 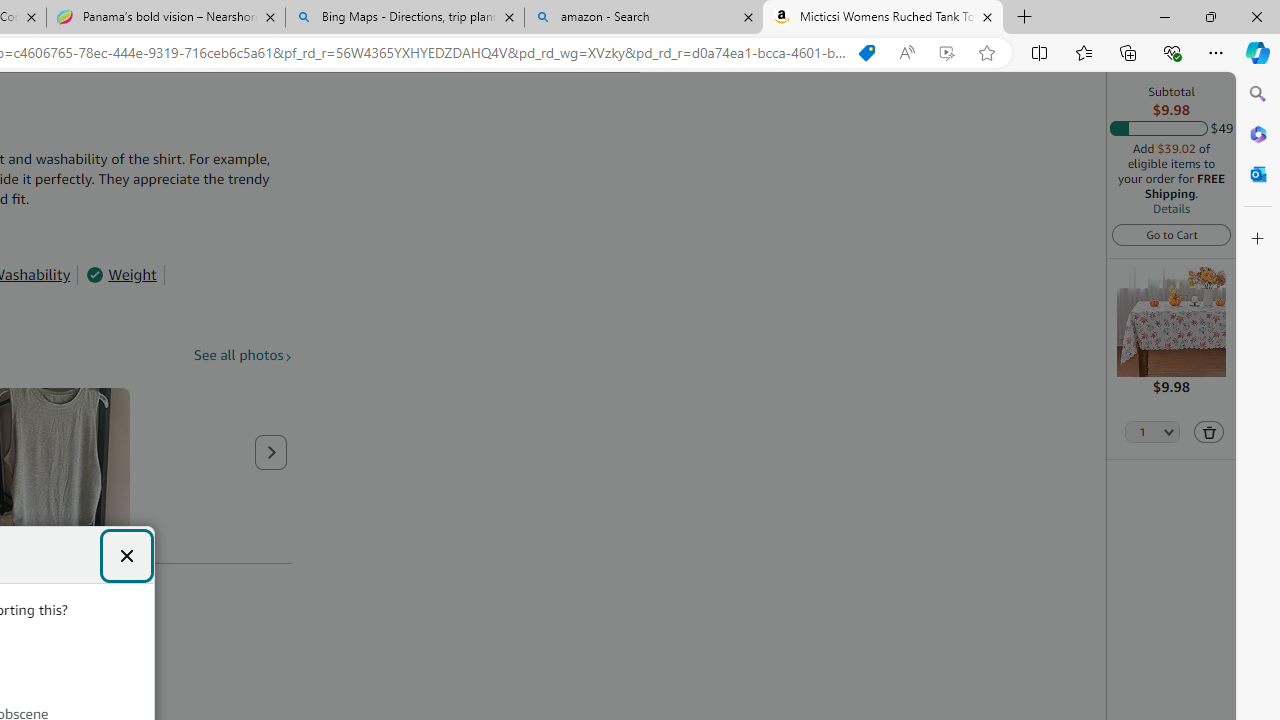 I want to click on 'Enhance video', so click(x=945, y=52).